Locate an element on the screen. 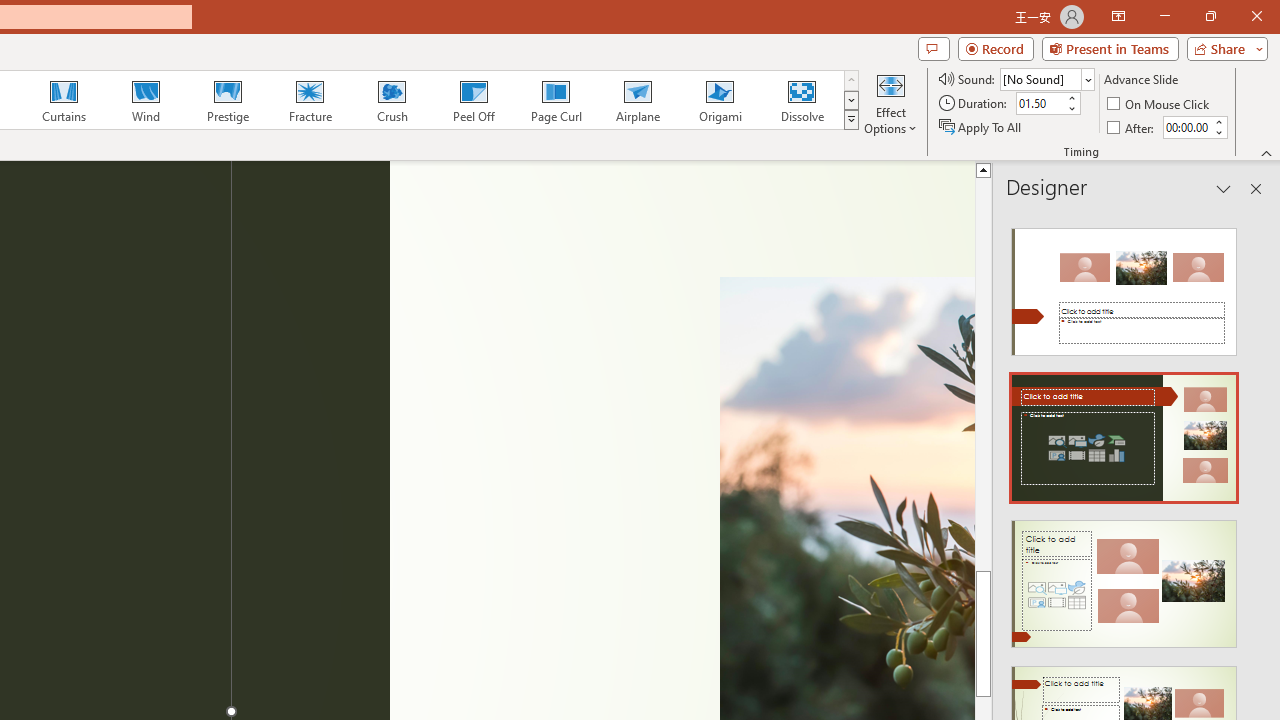  'Wind' is located at coordinates (144, 100).